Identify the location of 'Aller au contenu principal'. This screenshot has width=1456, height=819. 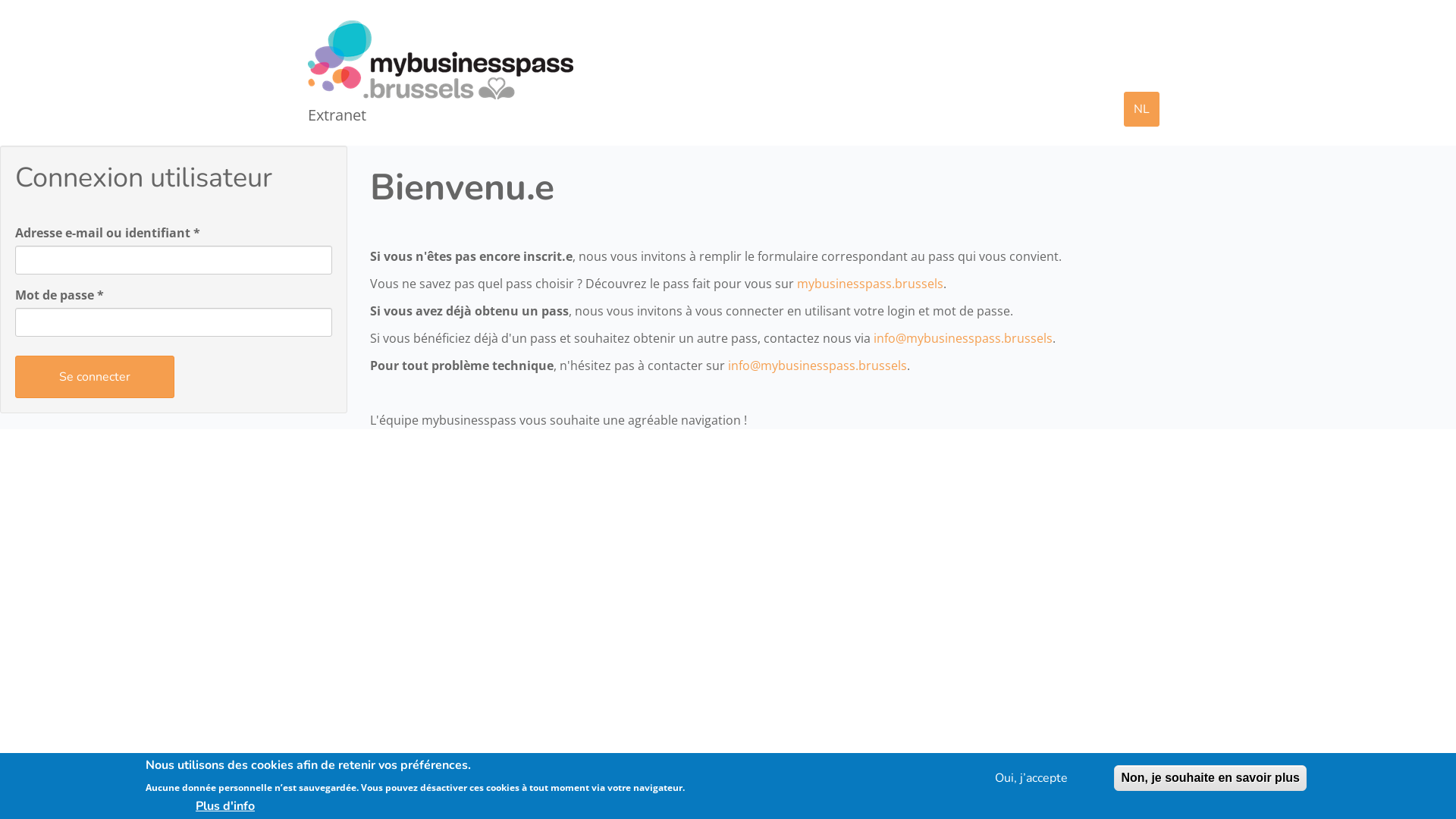
(0, 15).